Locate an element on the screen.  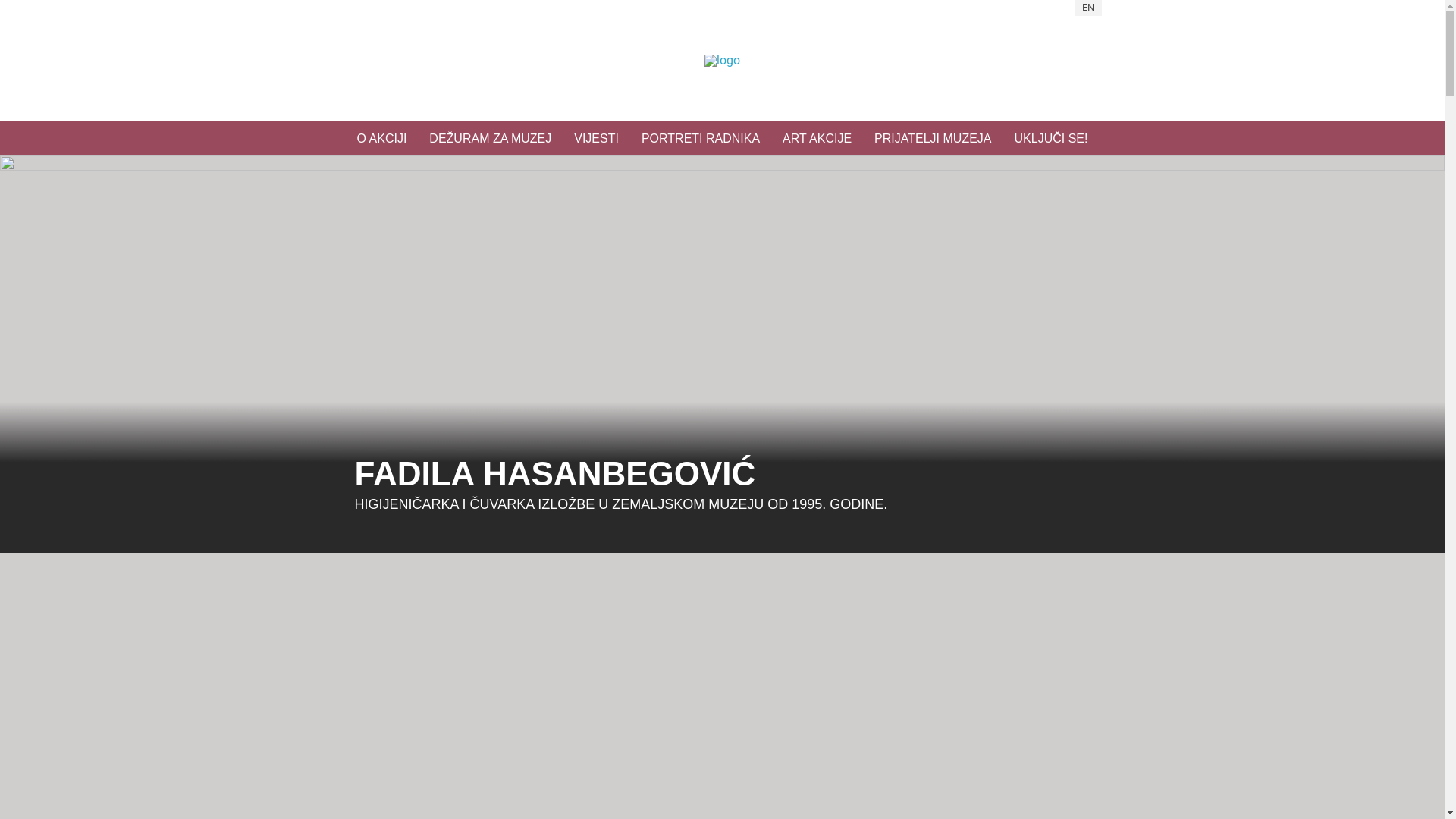
' Home' is located at coordinates (721, 59).